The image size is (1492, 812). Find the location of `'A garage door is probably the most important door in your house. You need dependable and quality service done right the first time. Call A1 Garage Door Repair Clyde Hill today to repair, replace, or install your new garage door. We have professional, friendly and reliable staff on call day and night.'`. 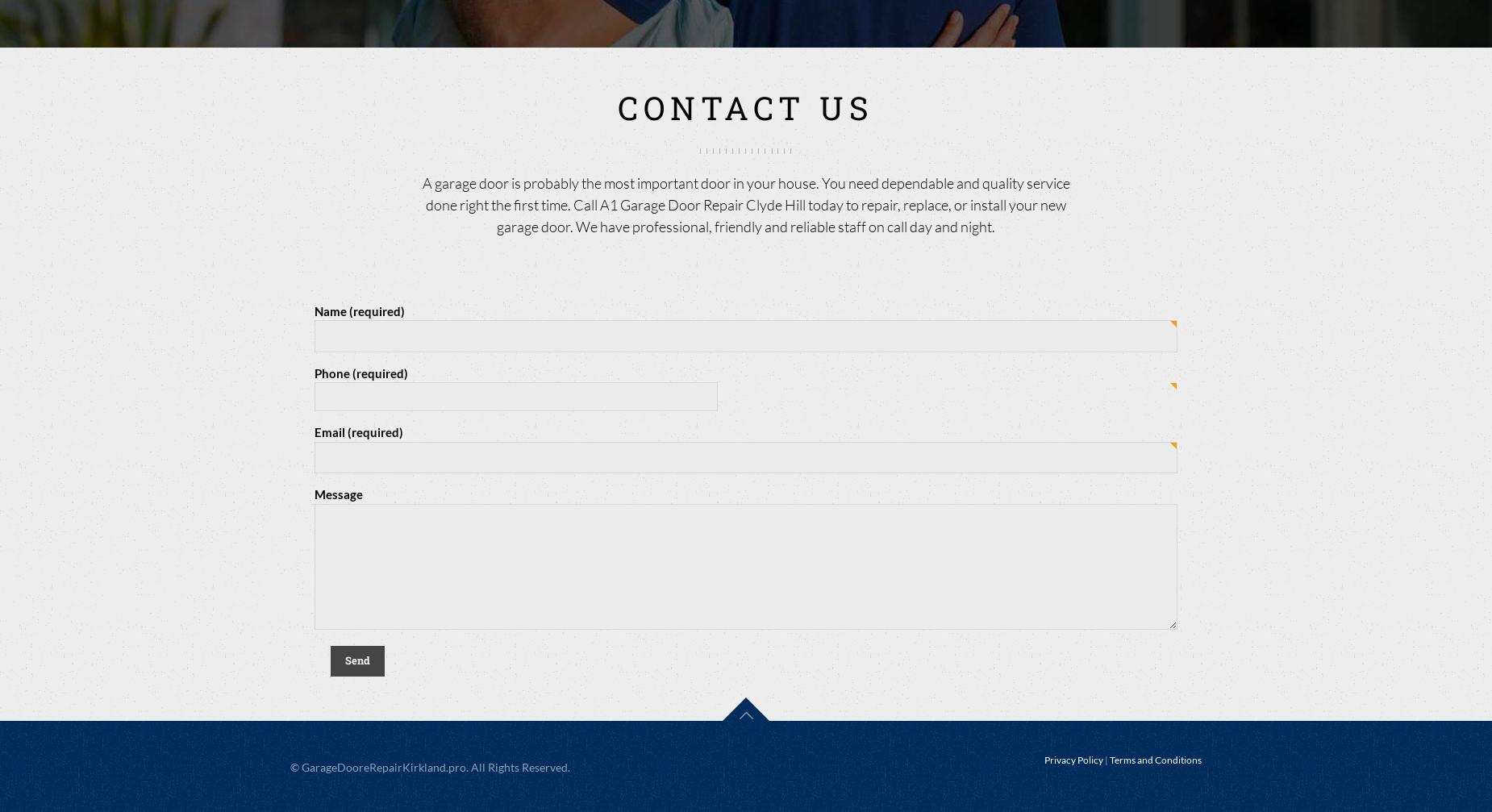

'A garage door is probably the most important door in your house. You need dependable and quality service done right the first time. Call A1 Garage Door Repair Clyde Hill today to repair, replace, or install your new garage door. We have professional, friendly and reliable staff on call day and night.' is located at coordinates (745, 203).